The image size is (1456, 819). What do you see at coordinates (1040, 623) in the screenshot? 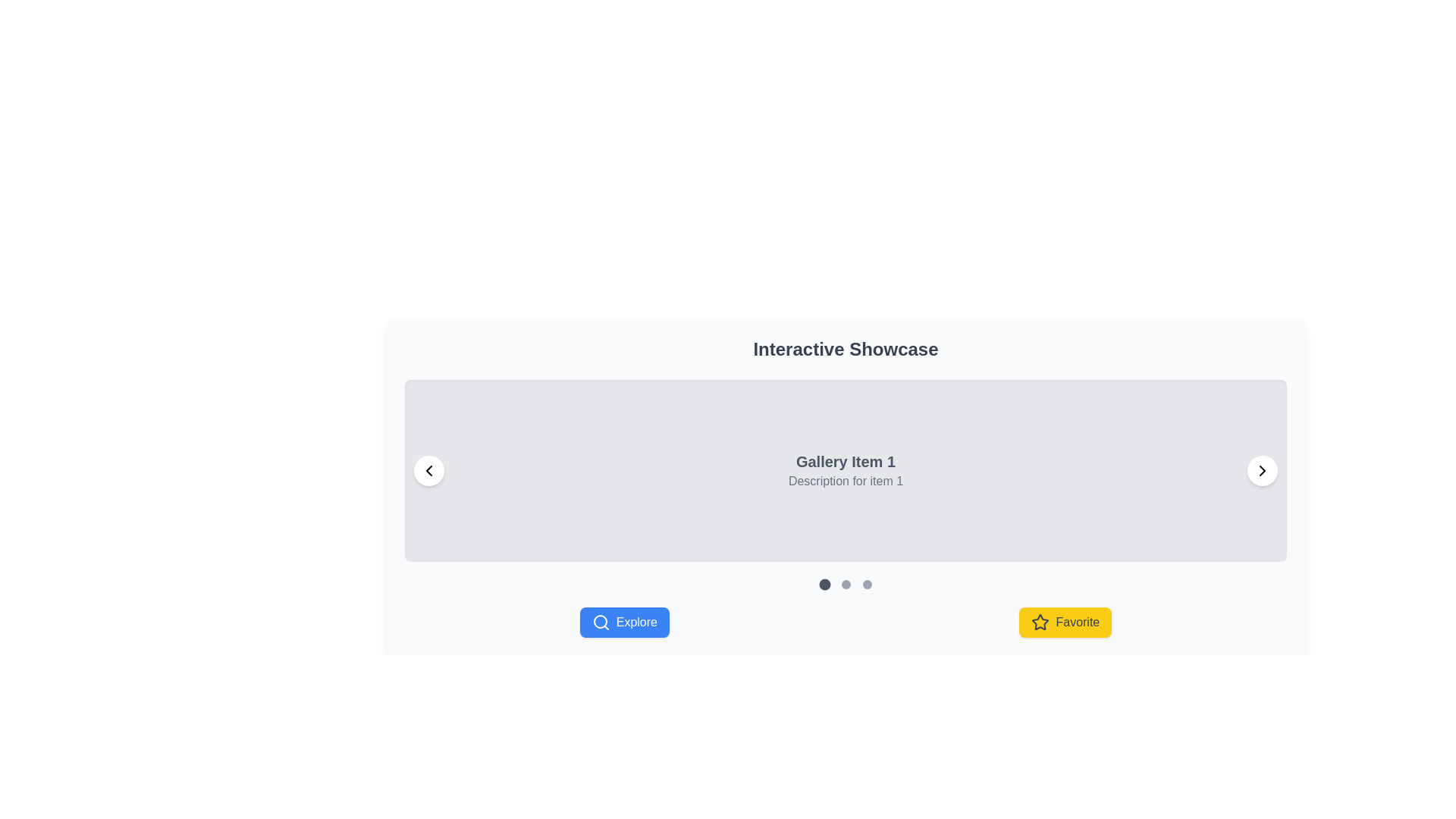
I see `the star icon inside the yellow 'Favorite' button at the bottom-right of the interface` at bounding box center [1040, 623].